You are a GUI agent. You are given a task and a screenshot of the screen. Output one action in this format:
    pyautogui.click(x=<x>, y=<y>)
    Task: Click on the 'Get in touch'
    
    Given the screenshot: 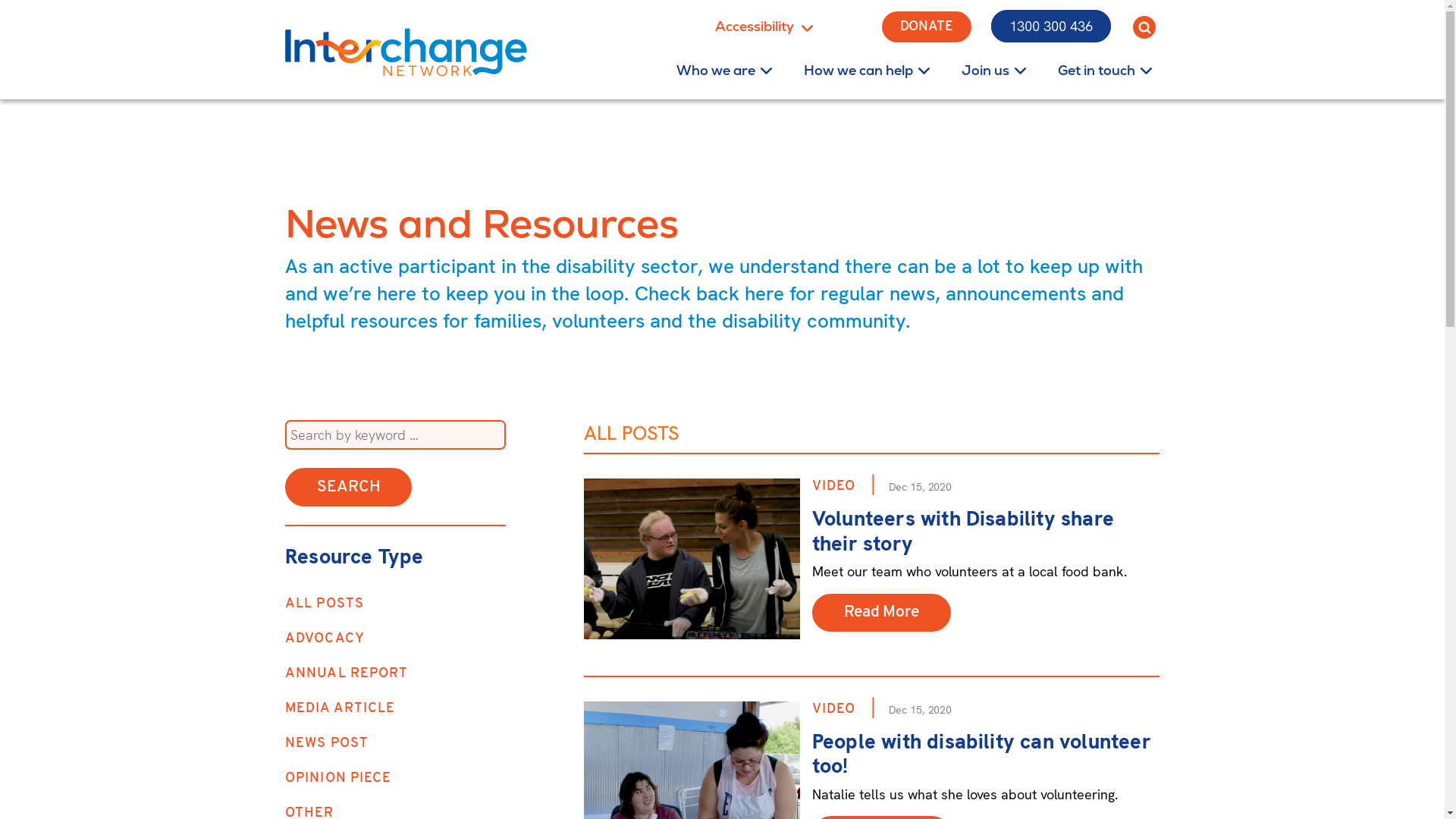 What is the action you would take?
    pyautogui.click(x=1096, y=70)
    